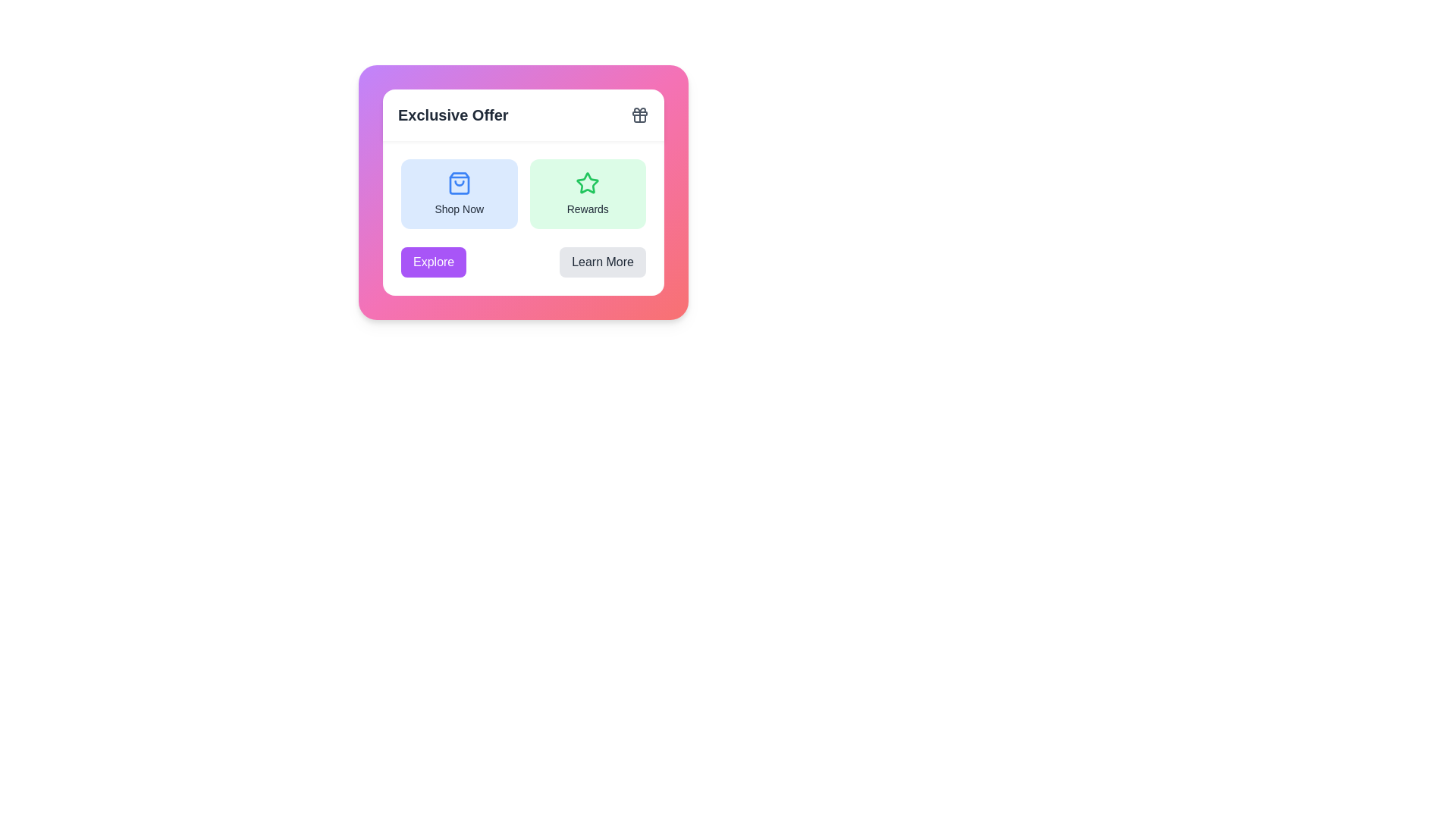  Describe the element at coordinates (587, 182) in the screenshot. I see `the green star icon with a white center located in the 'Rewards' card, which is positioned below 'Exclusive Offer' and above the 'Learn More' button` at that location.